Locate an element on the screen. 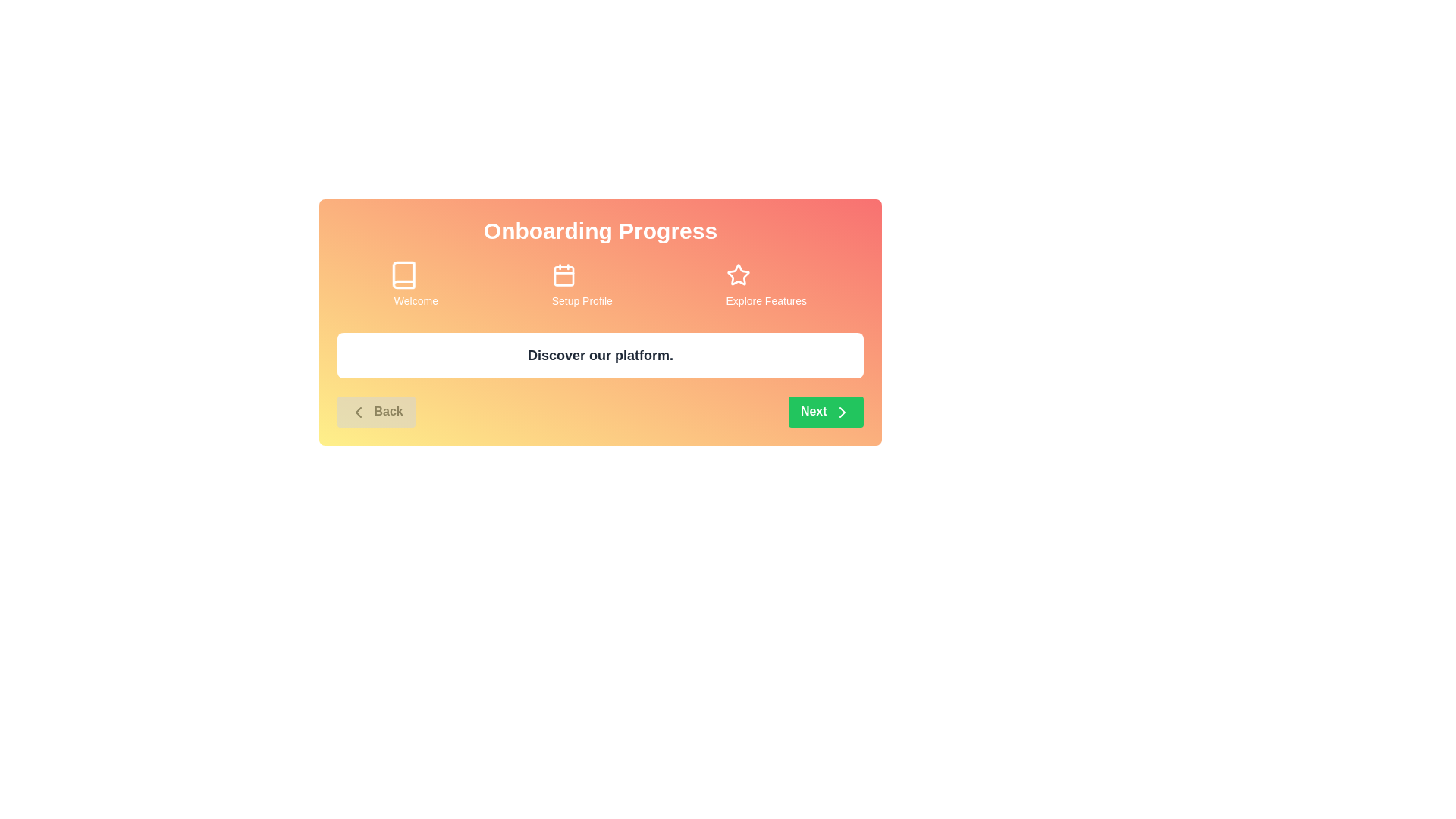  the step icon labeled 'Setup Profile' to view its visual state changes is located at coordinates (581, 275).